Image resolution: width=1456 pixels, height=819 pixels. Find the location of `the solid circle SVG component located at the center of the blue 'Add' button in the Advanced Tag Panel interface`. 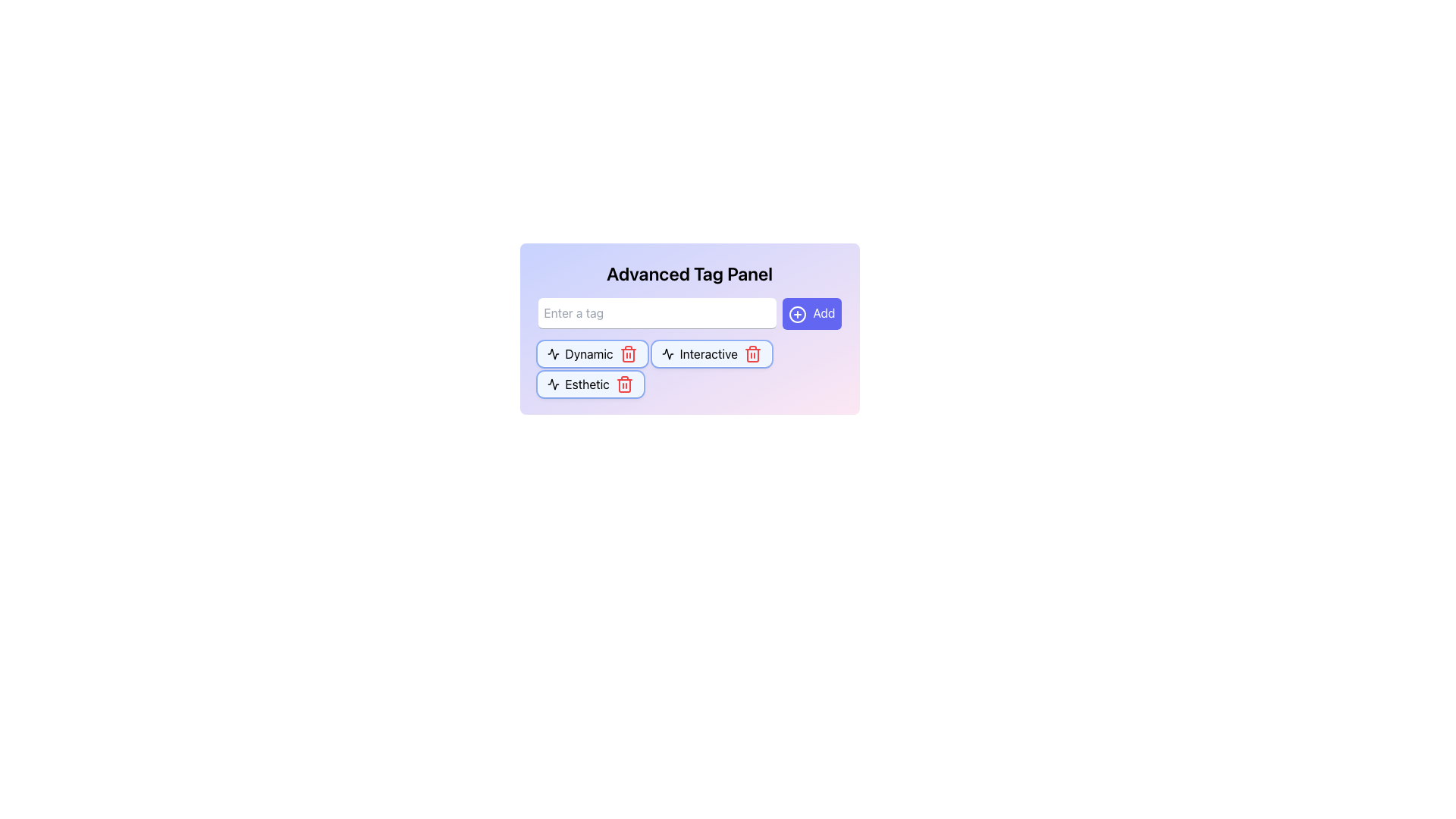

the solid circle SVG component located at the center of the blue 'Add' button in the Advanced Tag Panel interface is located at coordinates (797, 313).